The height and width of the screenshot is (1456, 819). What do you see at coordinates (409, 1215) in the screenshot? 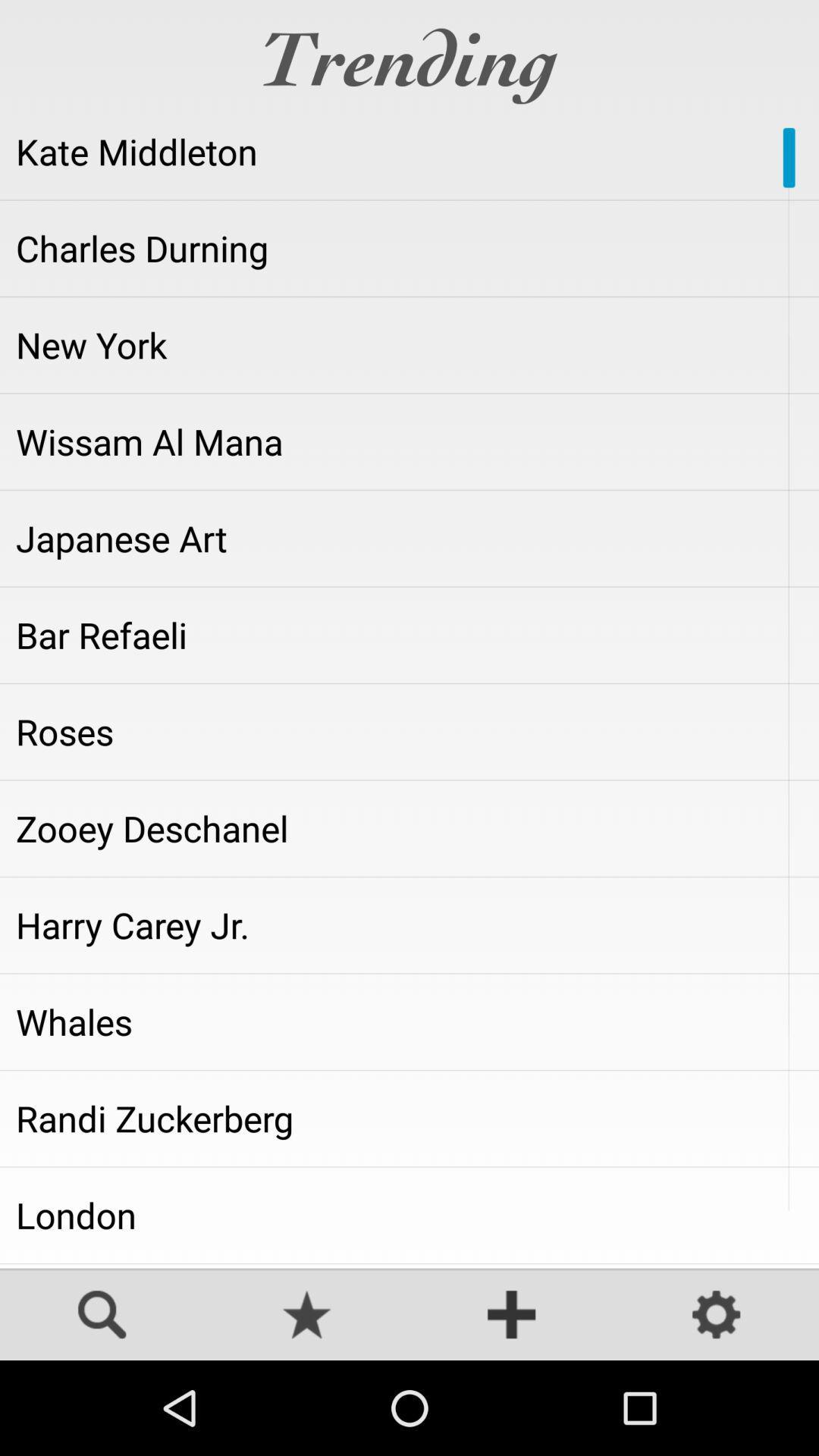
I see `london` at bounding box center [409, 1215].